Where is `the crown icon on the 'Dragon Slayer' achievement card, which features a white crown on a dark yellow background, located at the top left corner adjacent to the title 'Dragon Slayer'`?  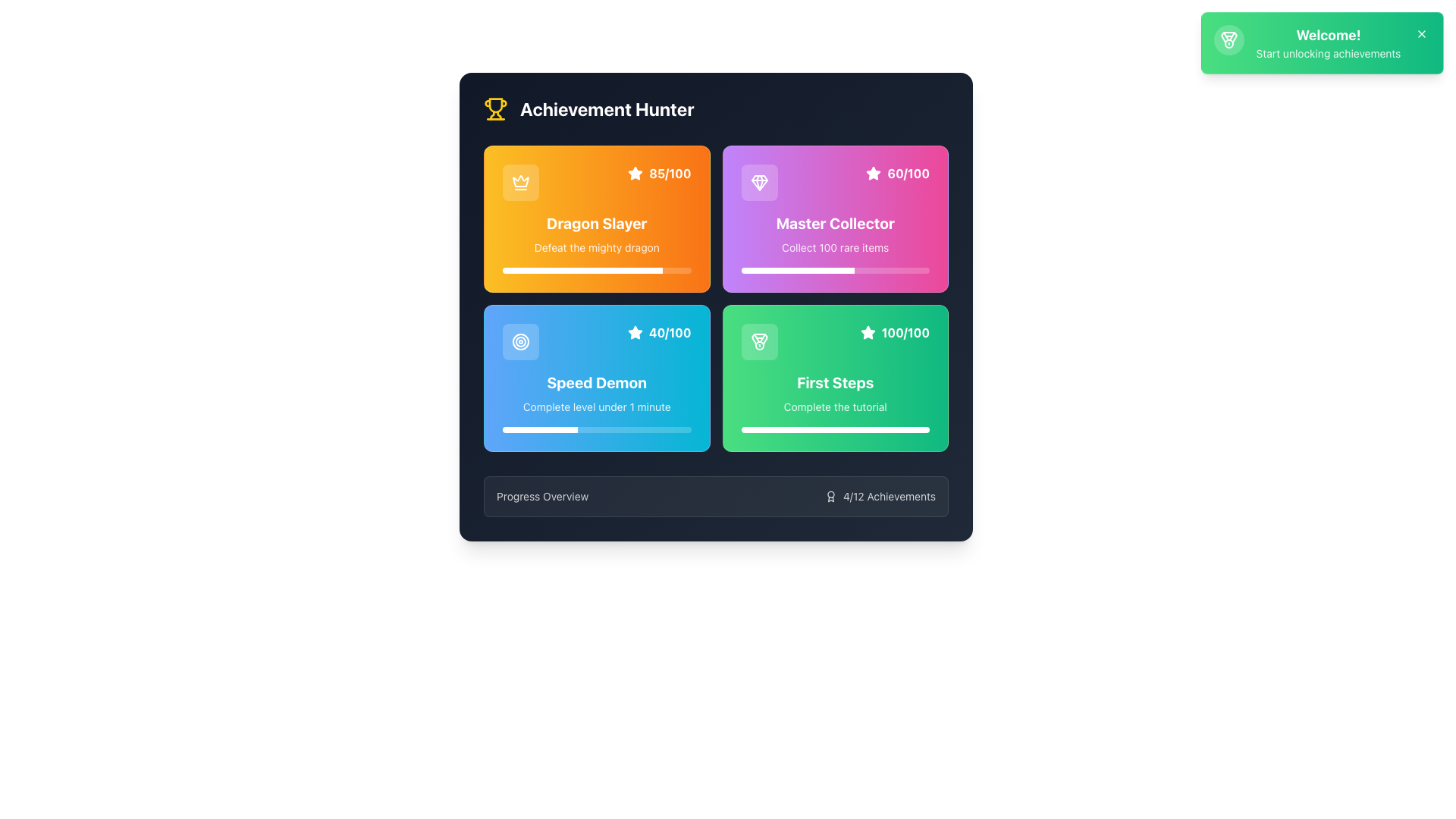
the crown icon on the 'Dragon Slayer' achievement card, which features a white crown on a dark yellow background, located at the top left corner adjacent to the title 'Dragon Slayer' is located at coordinates (520, 181).